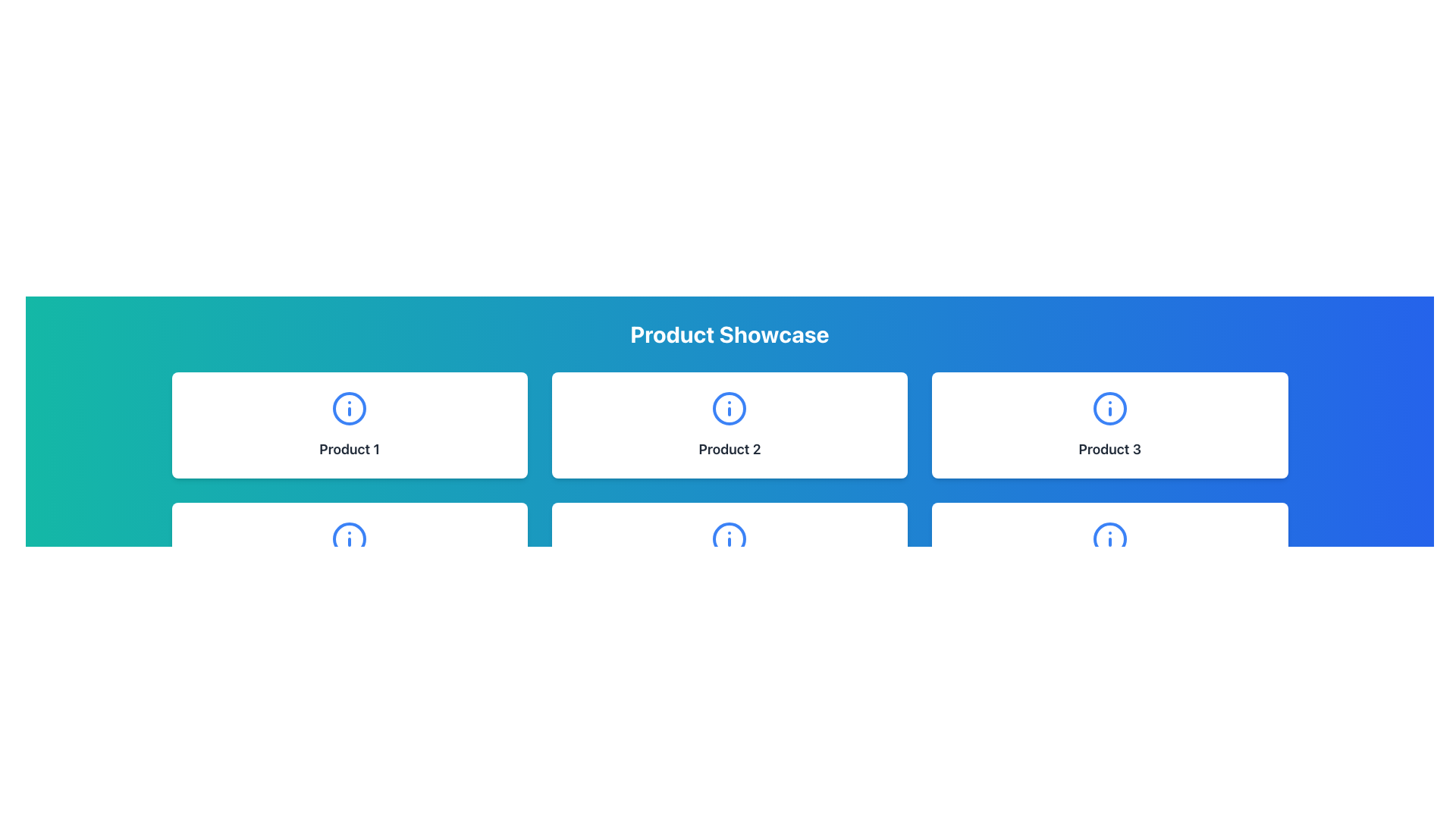  Describe the element at coordinates (1109, 408) in the screenshot. I see `the informational icon represented as a circular icon with a blue border and an 'i' symbol at its center, located within the 'Product 3' card` at that location.